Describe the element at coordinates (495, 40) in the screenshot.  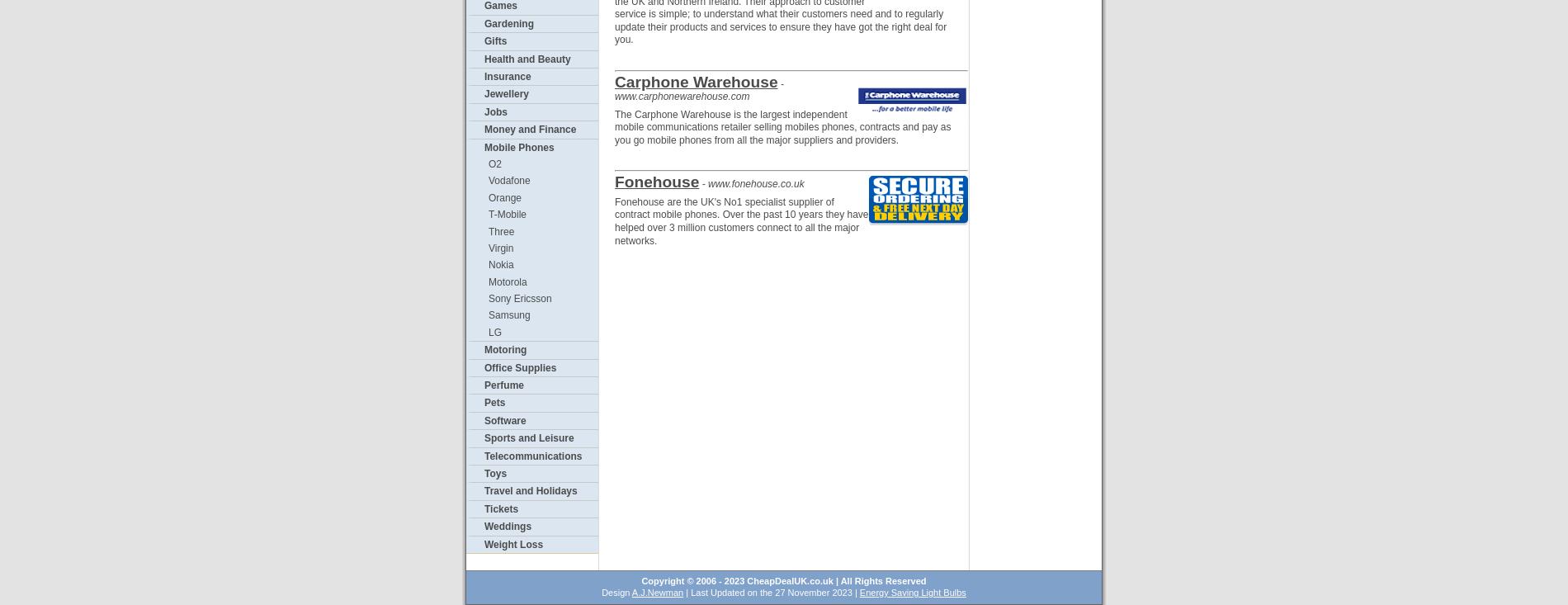
I see `'Gifts'` at that location.